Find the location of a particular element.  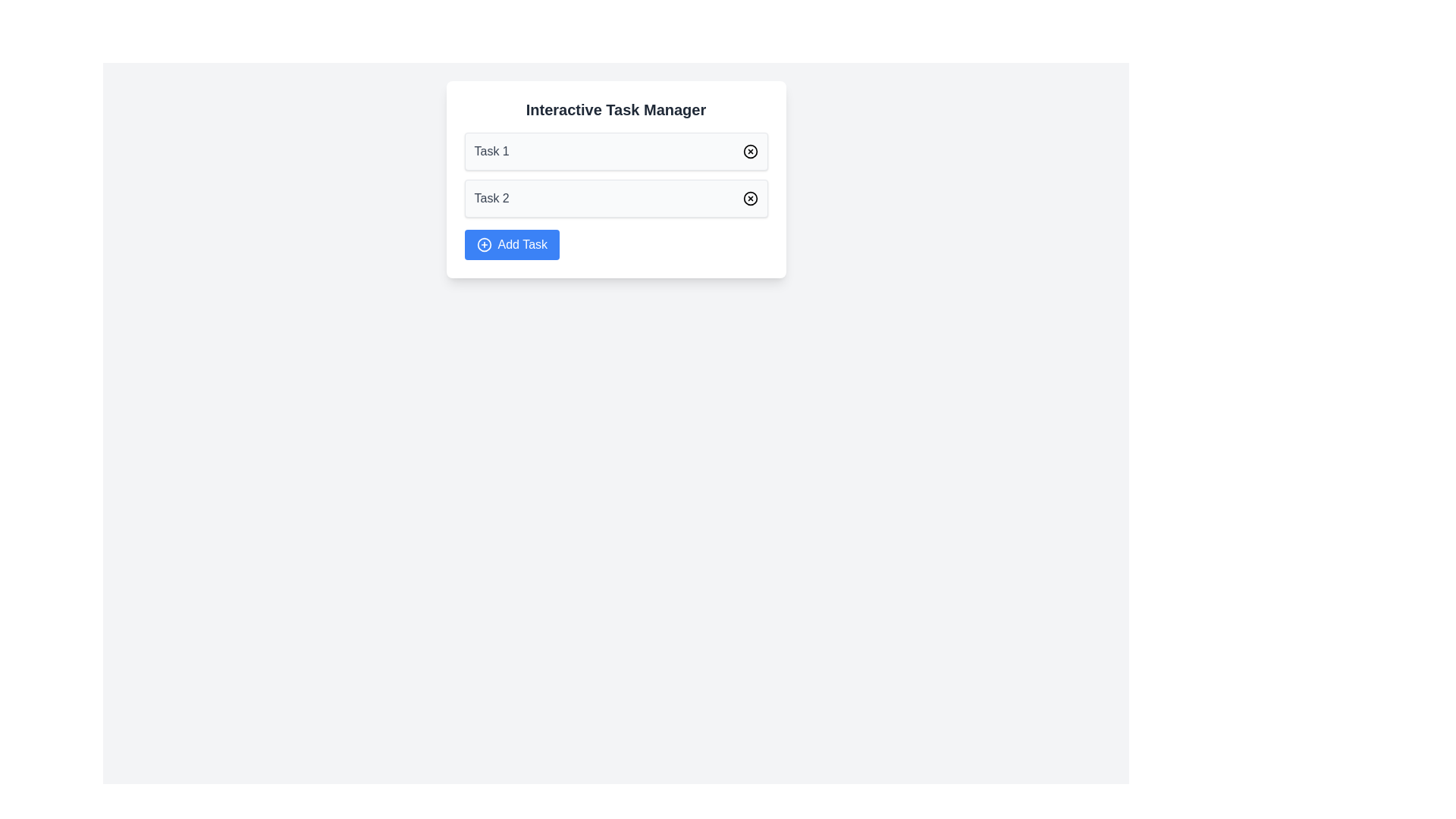

the Text Label that identifies 'Task 2', located within the card titled 'Interactive Task Manager', positioned under 'Task 1' and above the 'Add Task' button is located at coordinates (491, 198).